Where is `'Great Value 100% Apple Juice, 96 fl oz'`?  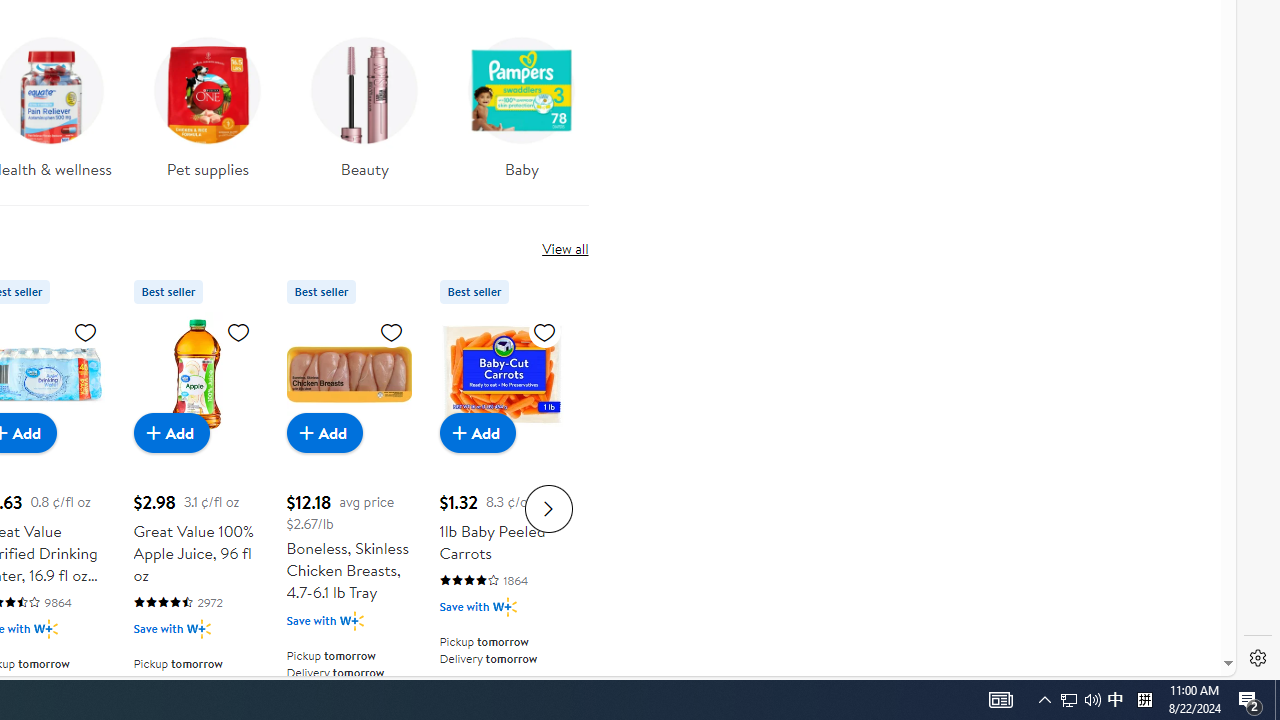 'Great Value 100% Apple Juice, 96 fl oz' is located at coordinates (195, 374).